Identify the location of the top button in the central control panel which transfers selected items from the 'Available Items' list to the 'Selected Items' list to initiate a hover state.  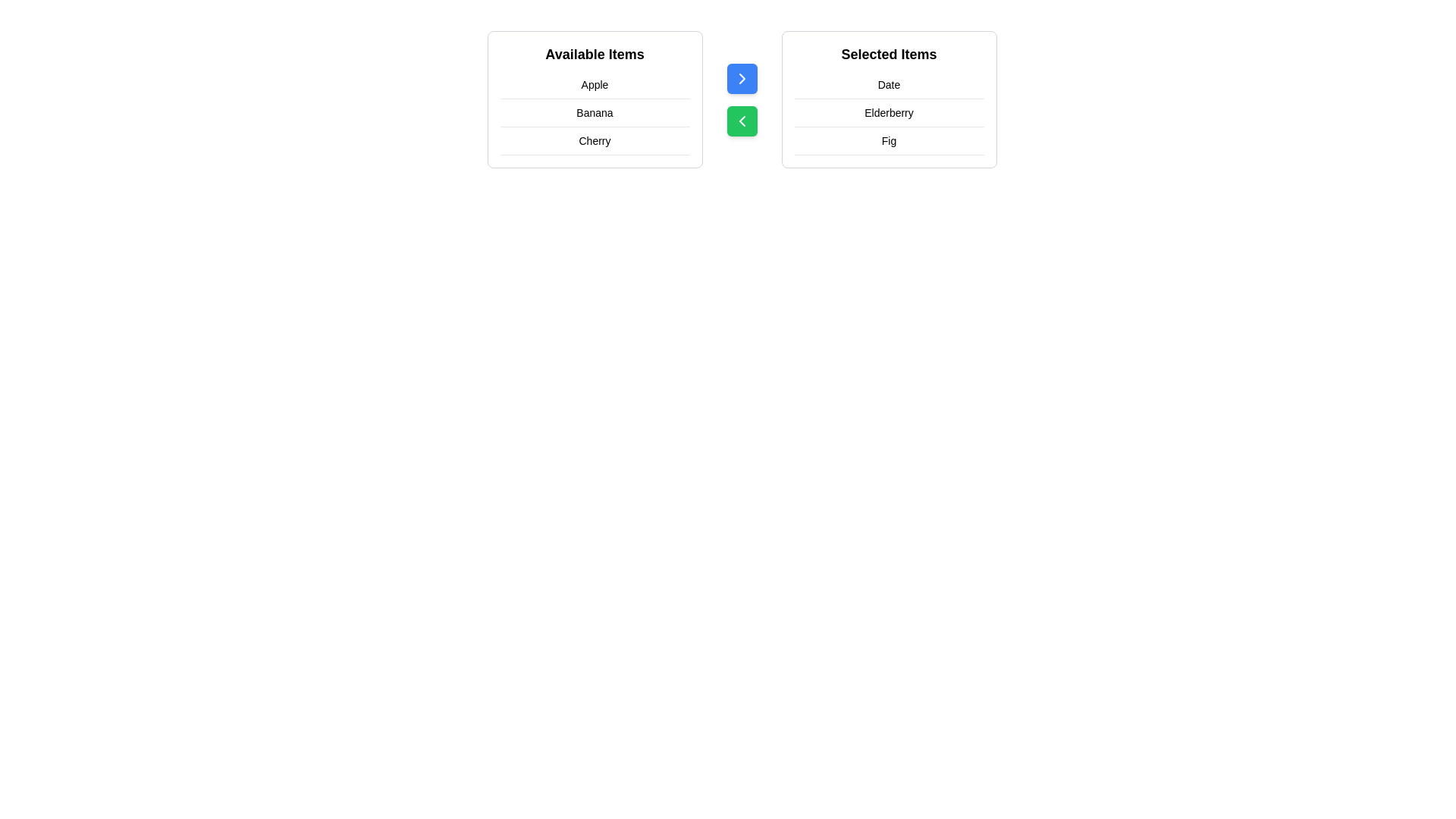
(742, 78).